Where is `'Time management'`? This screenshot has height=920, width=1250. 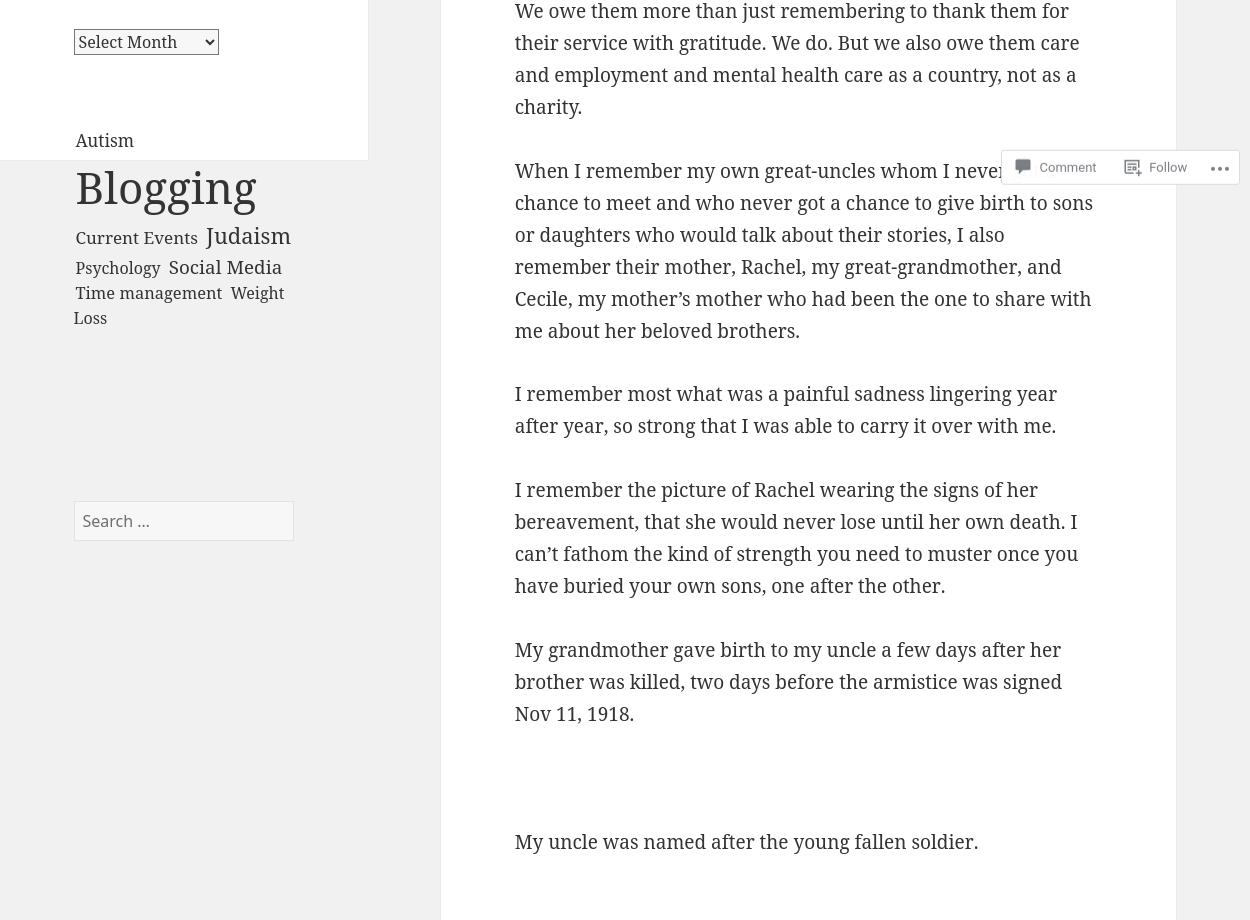 'Time management' is located at coordinates (148, 291).